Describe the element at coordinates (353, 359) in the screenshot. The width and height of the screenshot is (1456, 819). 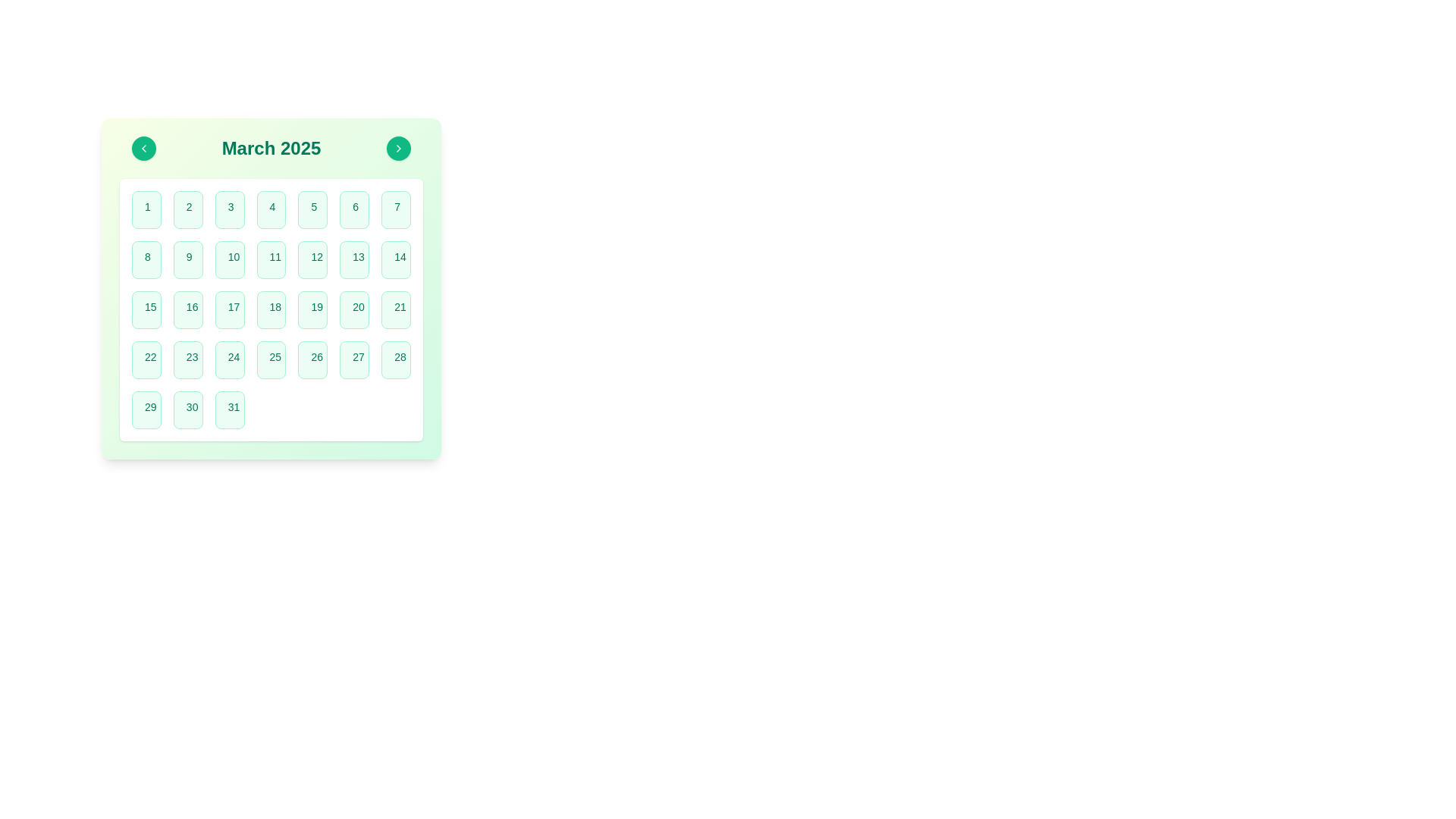
I see `the button displaying the date '27' in the calendar grid layout` at that location.